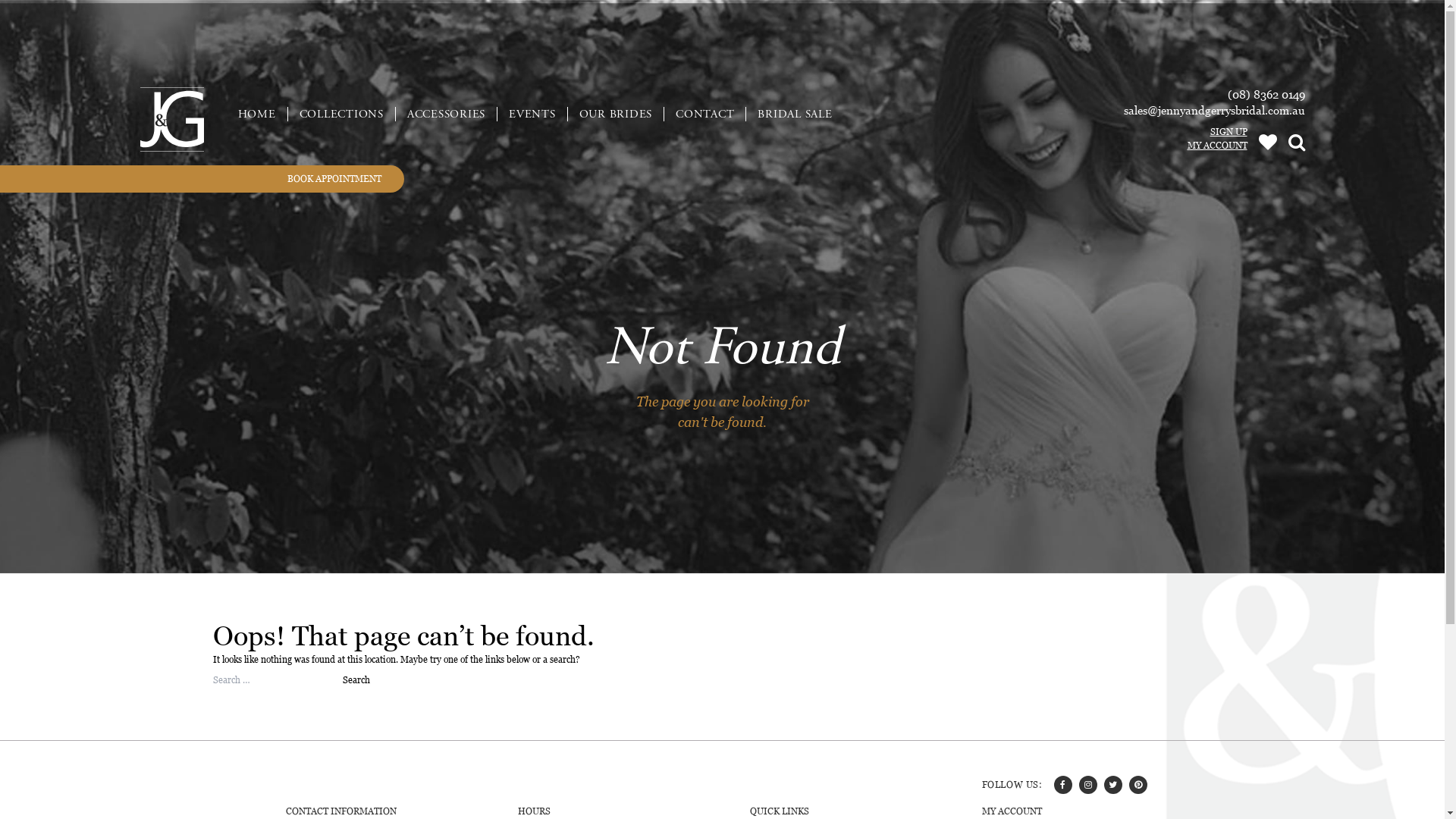 This screenshot has height=819, width=1456. Describe the element at coordinates (341, 112) in the screenshot. I see `'COLLECTIONS'` at that location.